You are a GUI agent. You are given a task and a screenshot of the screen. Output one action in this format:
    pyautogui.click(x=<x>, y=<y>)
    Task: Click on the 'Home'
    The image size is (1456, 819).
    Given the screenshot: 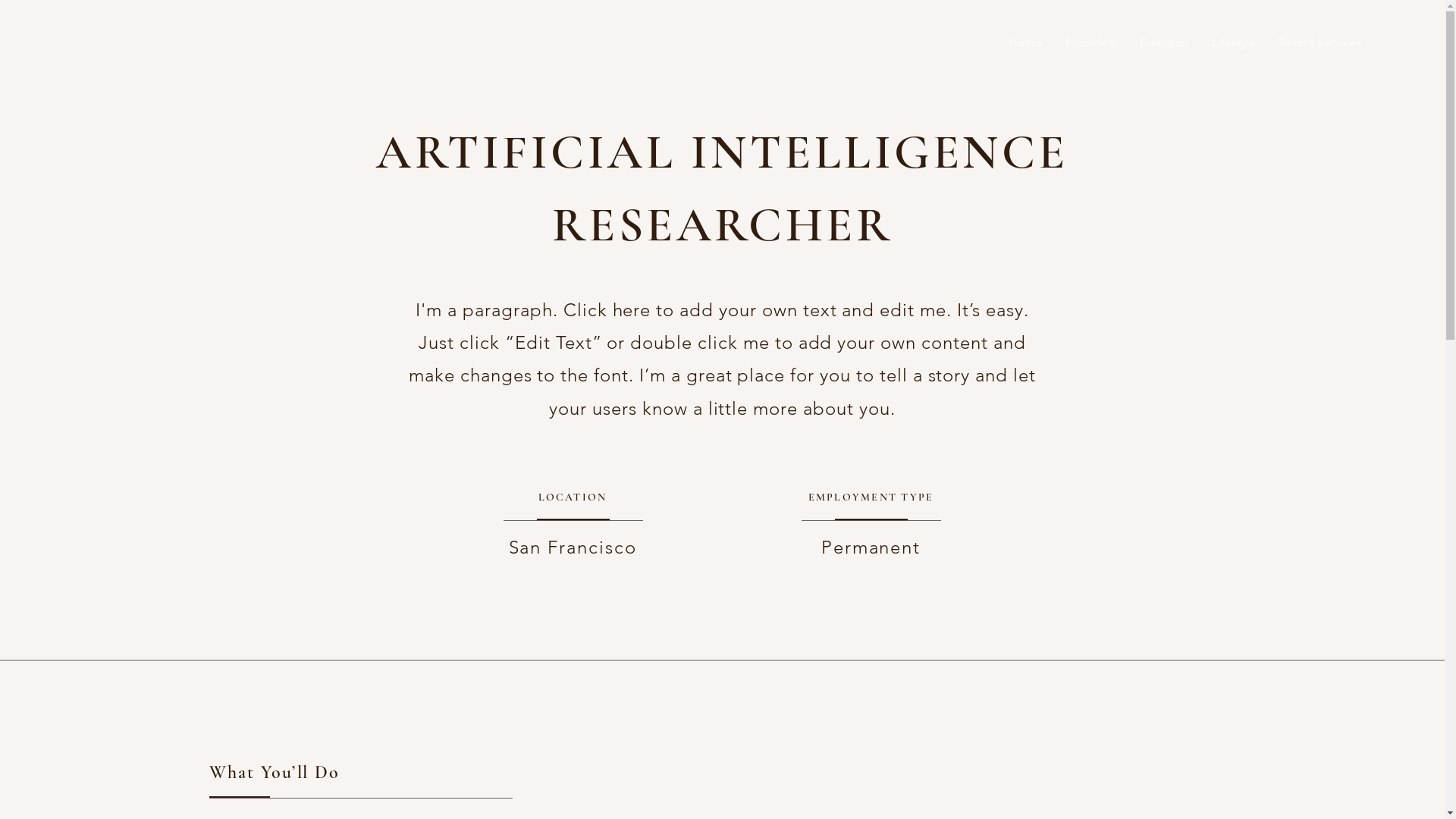 What is the action you would take?
    pyautogui.click(x=1025, y=42)
    